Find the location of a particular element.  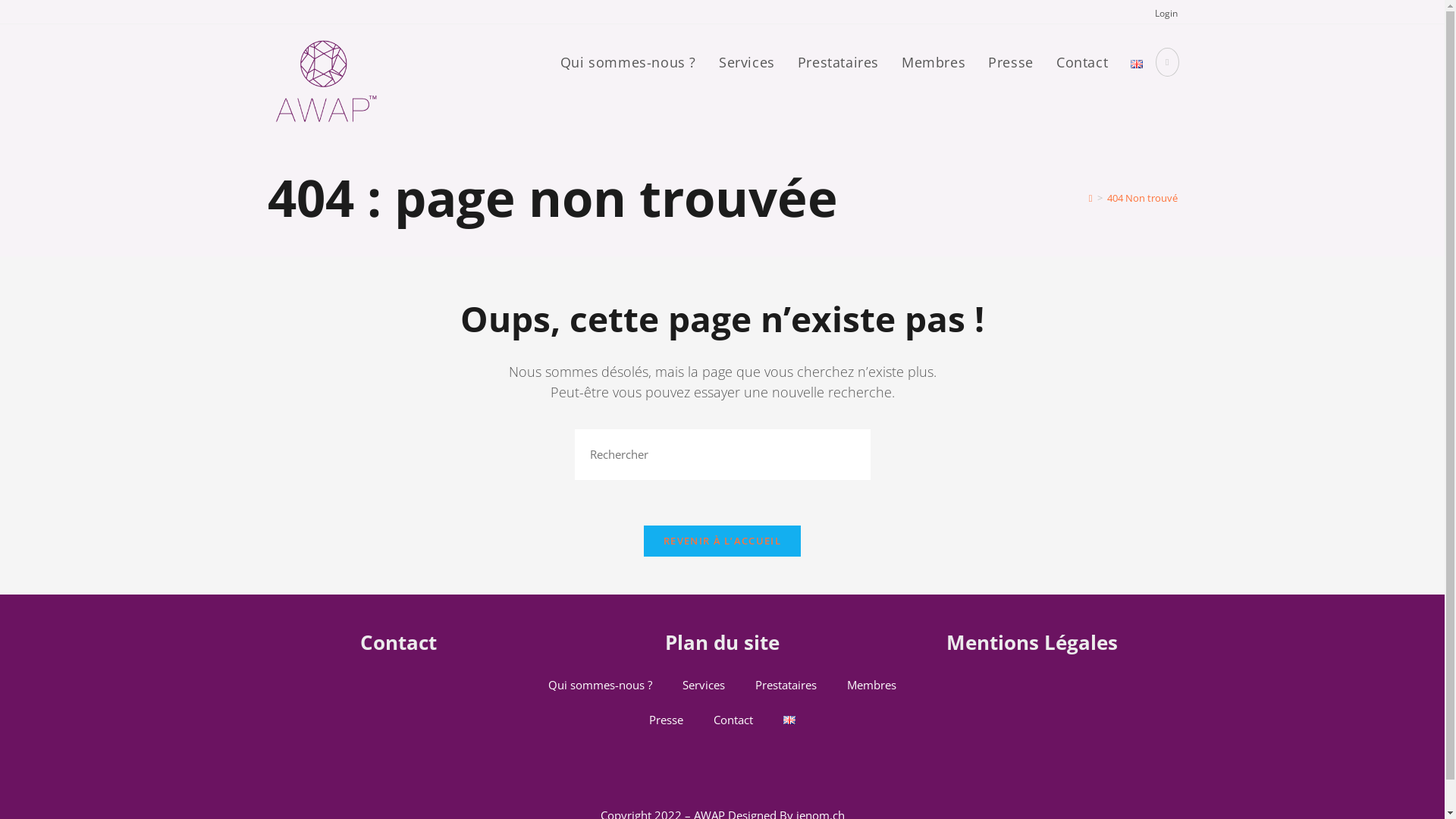

'Services' is located at coordinates (746, 62).